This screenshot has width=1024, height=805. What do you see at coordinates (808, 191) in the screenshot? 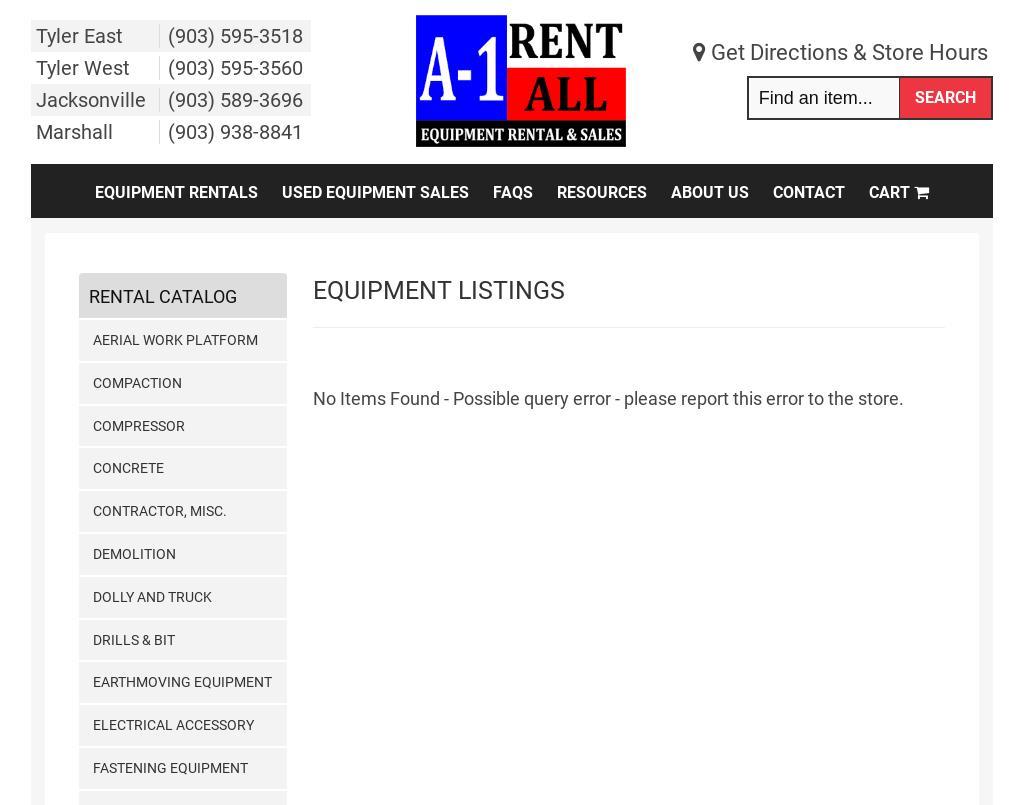
I see `'Contact'` at bounding box center [808, 191].